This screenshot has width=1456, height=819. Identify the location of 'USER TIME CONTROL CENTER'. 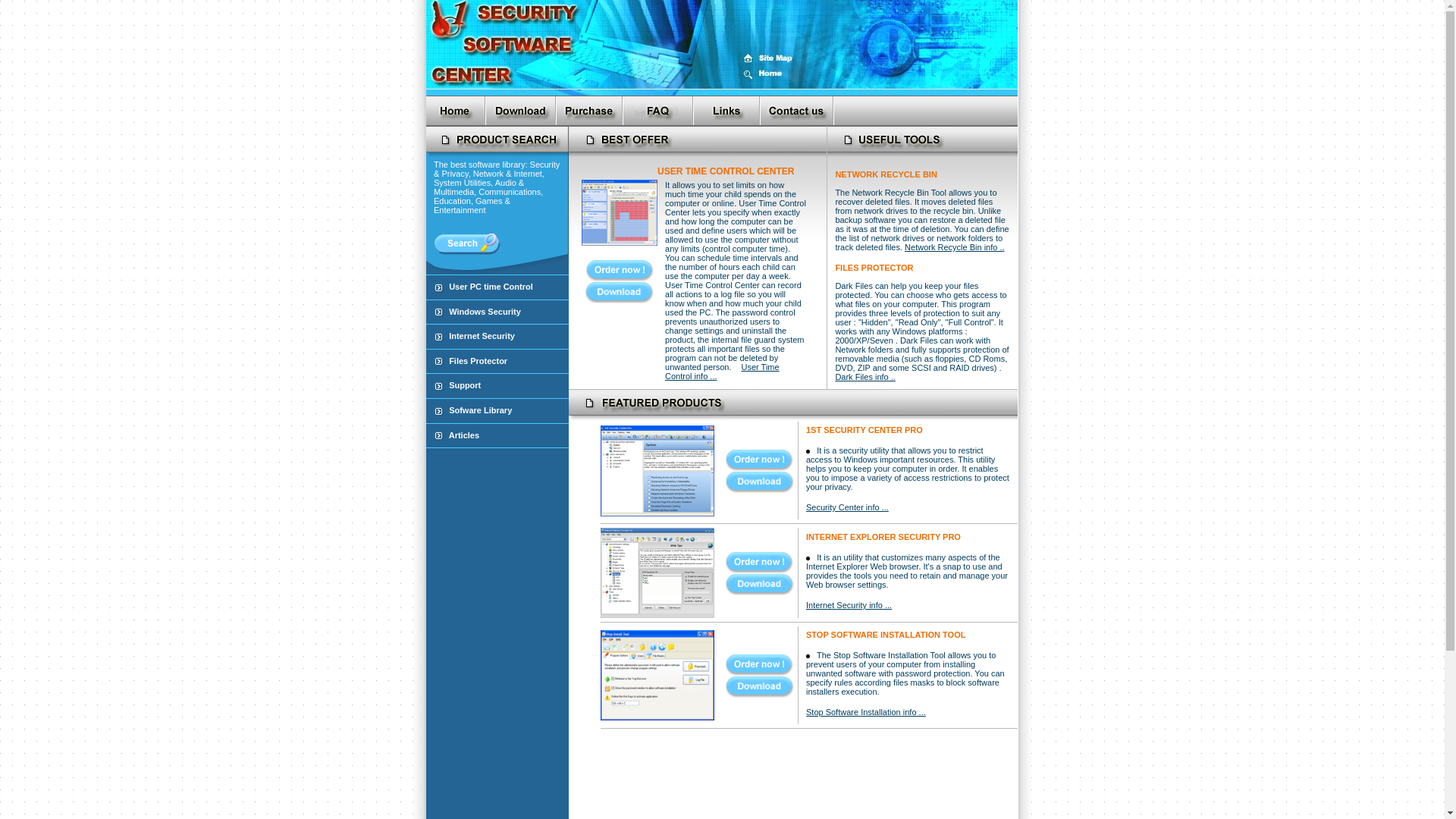
(724, 171).